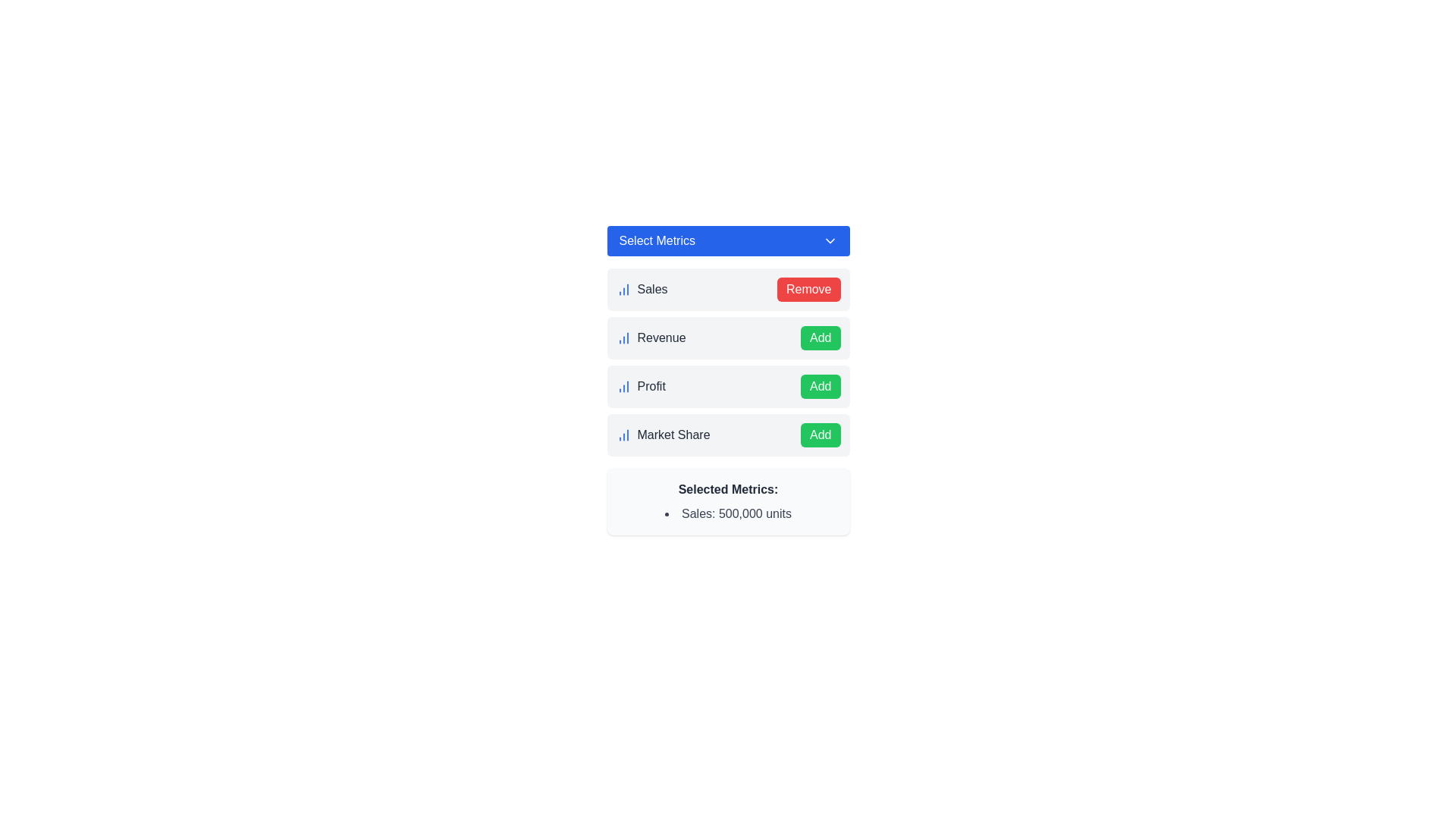 This screenshot has width=1456, height=819. I want to click on the 'Add' button for the 'Profit' metric in the selection interface, which is the third item in the list of metrics, so click(728, 376).